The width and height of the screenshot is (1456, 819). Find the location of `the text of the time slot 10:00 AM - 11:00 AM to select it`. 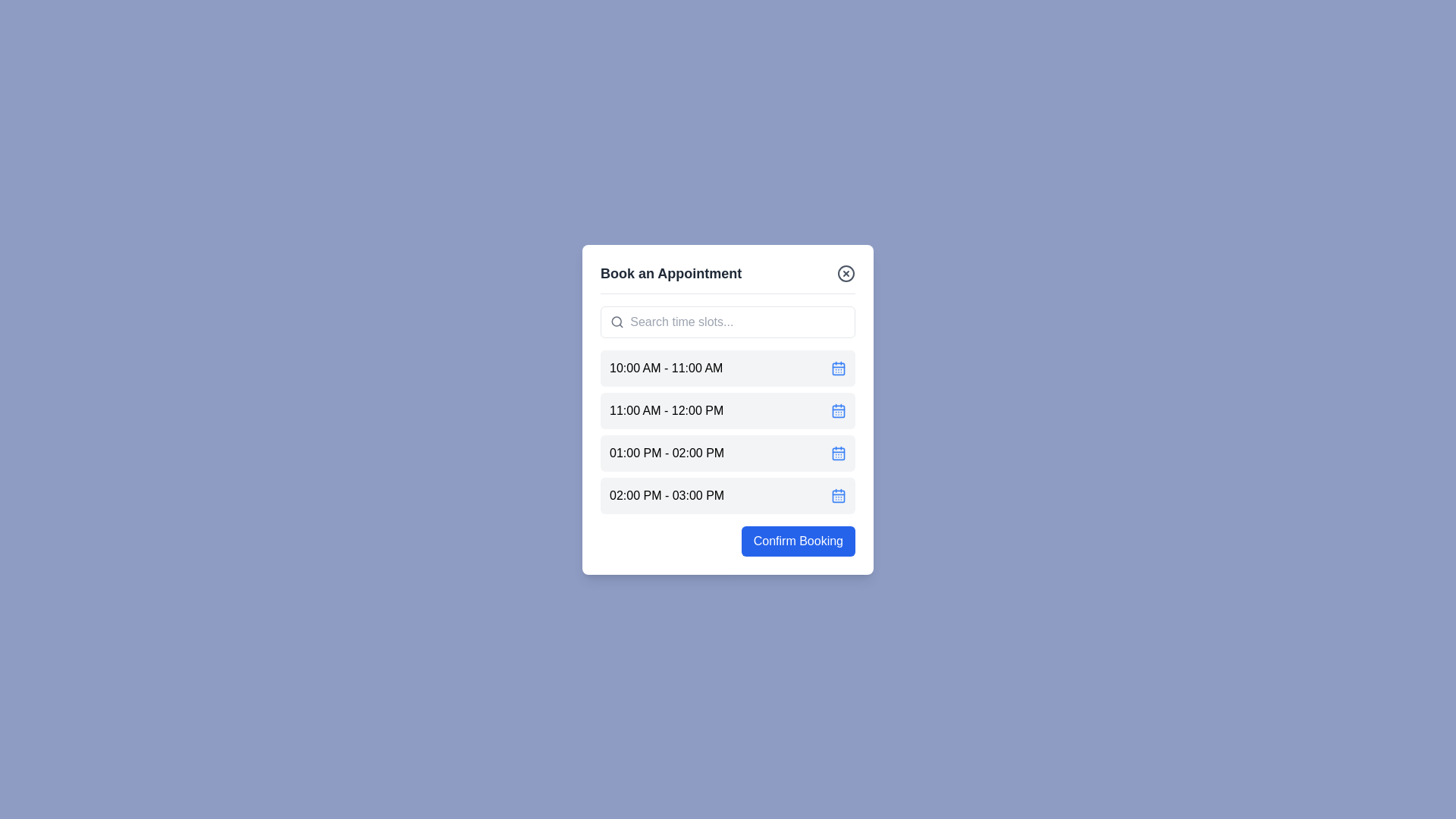

the text of the time slot 10:00 AM - 11:00 AM to select it is located at coordinates (666, 368).